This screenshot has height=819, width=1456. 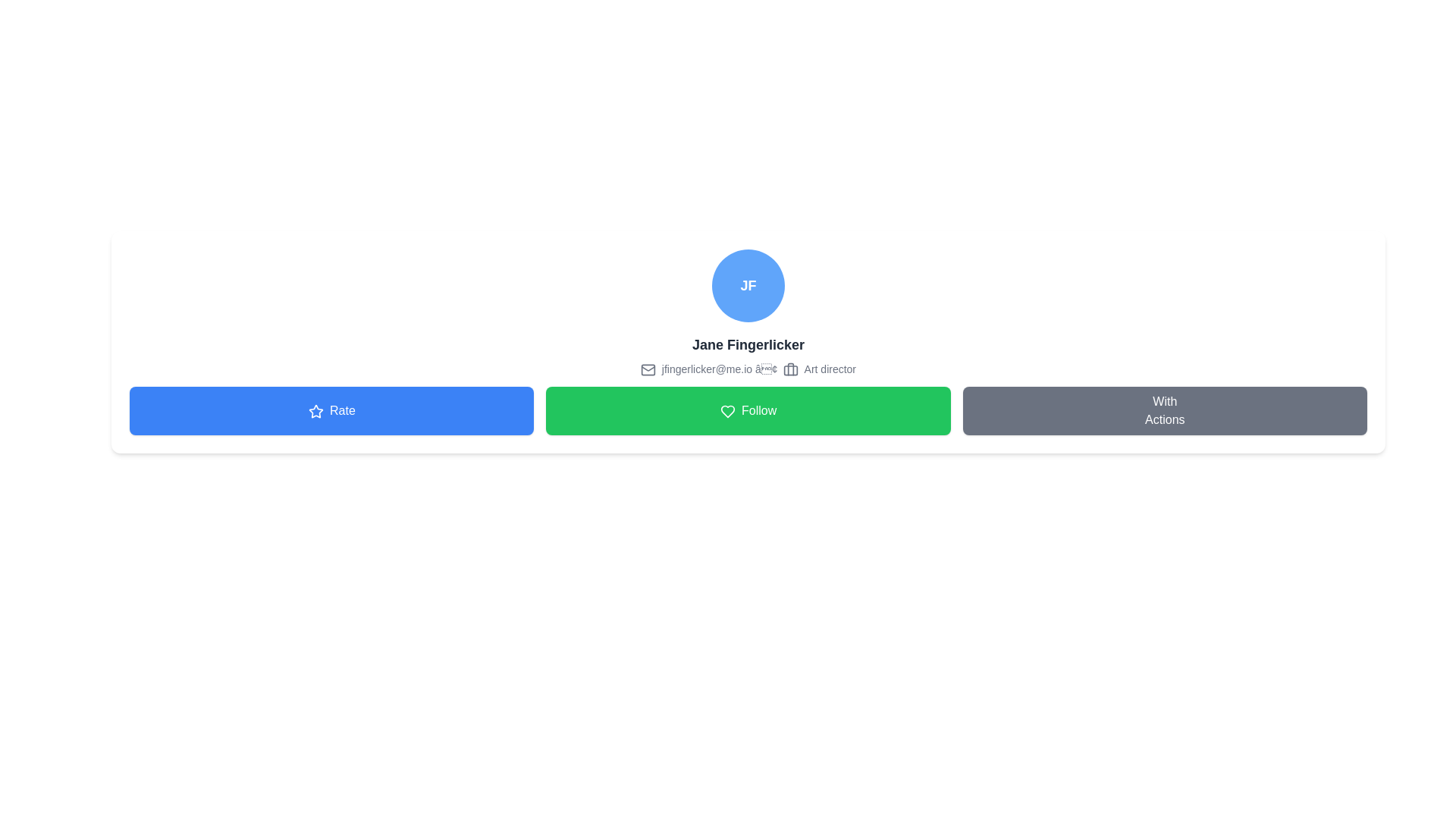 I want to click on the button labeled 'With Actions', which is the third button in a horizontal layout with a gray background and white text, so click(x=1164, y=411).